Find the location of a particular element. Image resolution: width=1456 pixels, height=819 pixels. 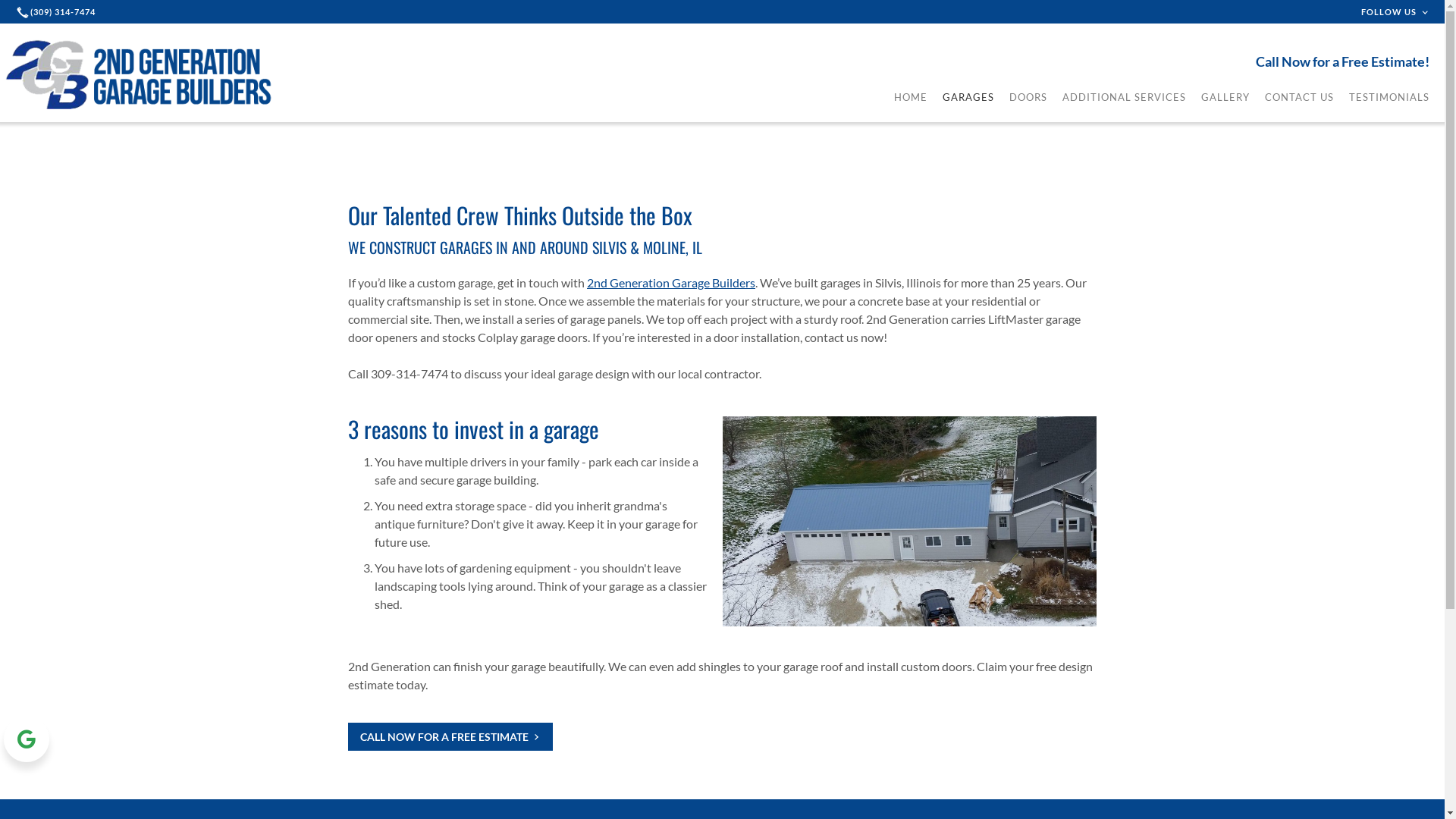

'(309) 314-7474' is located at coordinates (58, 11).